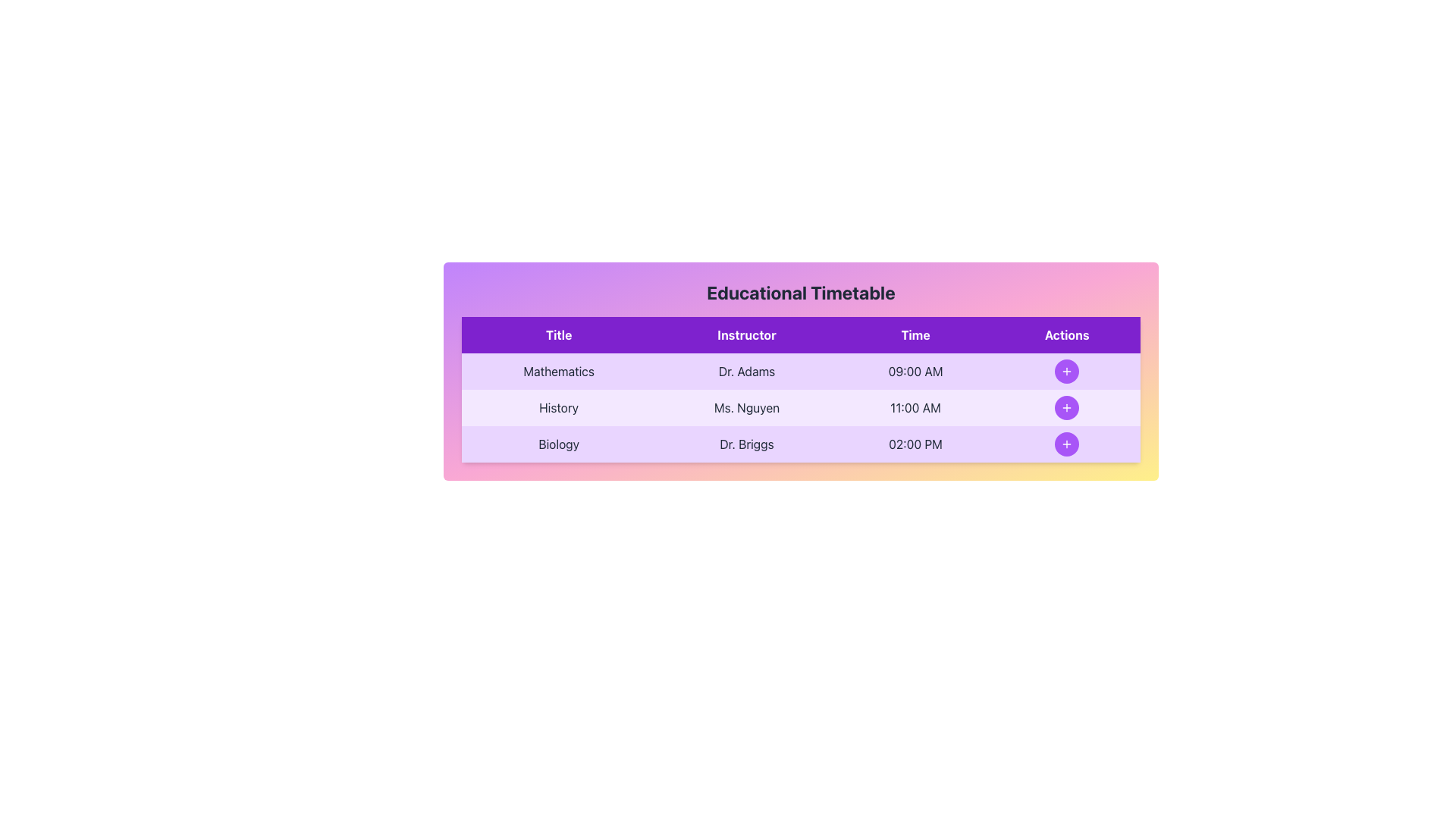  Describe the element at coordinates (1065, 371) in the screenshot. I see `the circular purple button with a white plus icon located in the 'Actions' column of the first row of the timetable` at that location.